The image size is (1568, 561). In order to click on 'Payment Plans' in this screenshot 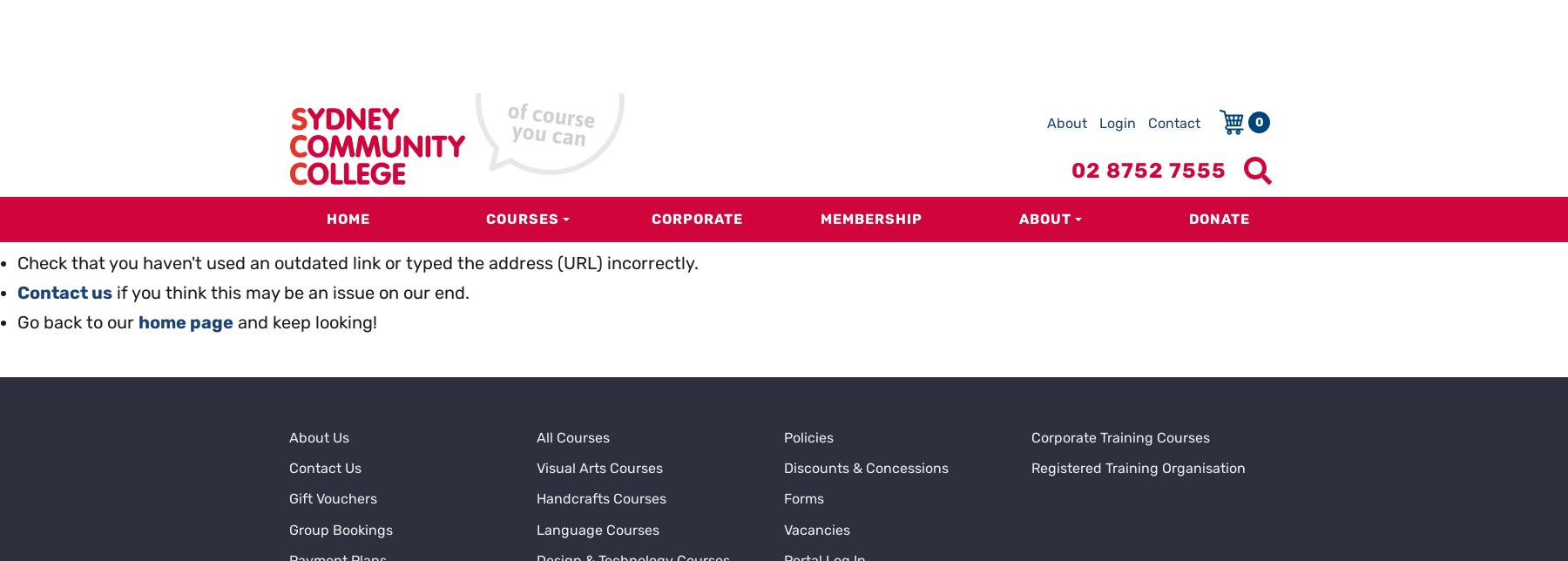, I will do `click(338, 315)`.